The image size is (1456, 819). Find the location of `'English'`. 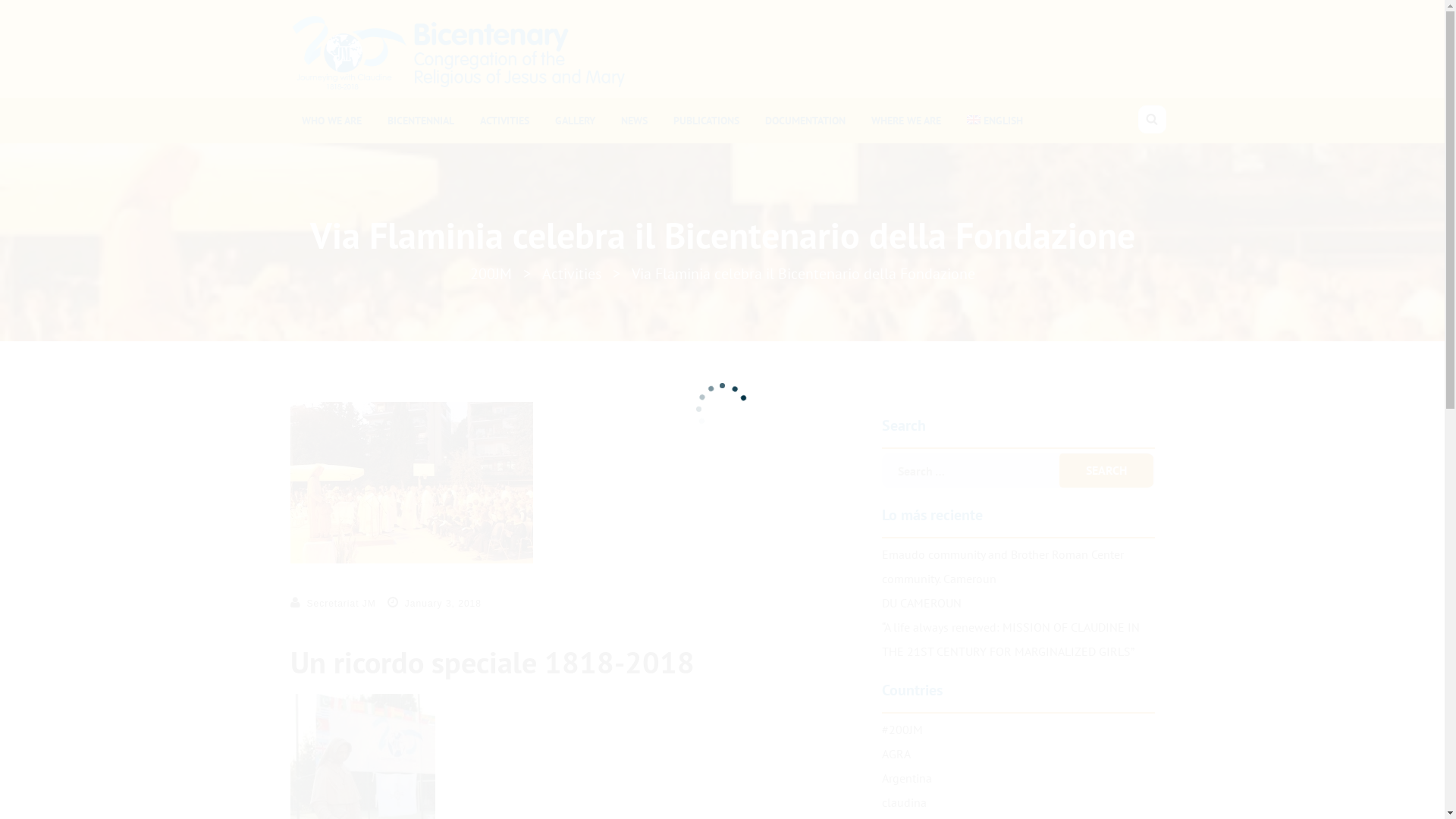

'English' is located at coordinates (972, 119).